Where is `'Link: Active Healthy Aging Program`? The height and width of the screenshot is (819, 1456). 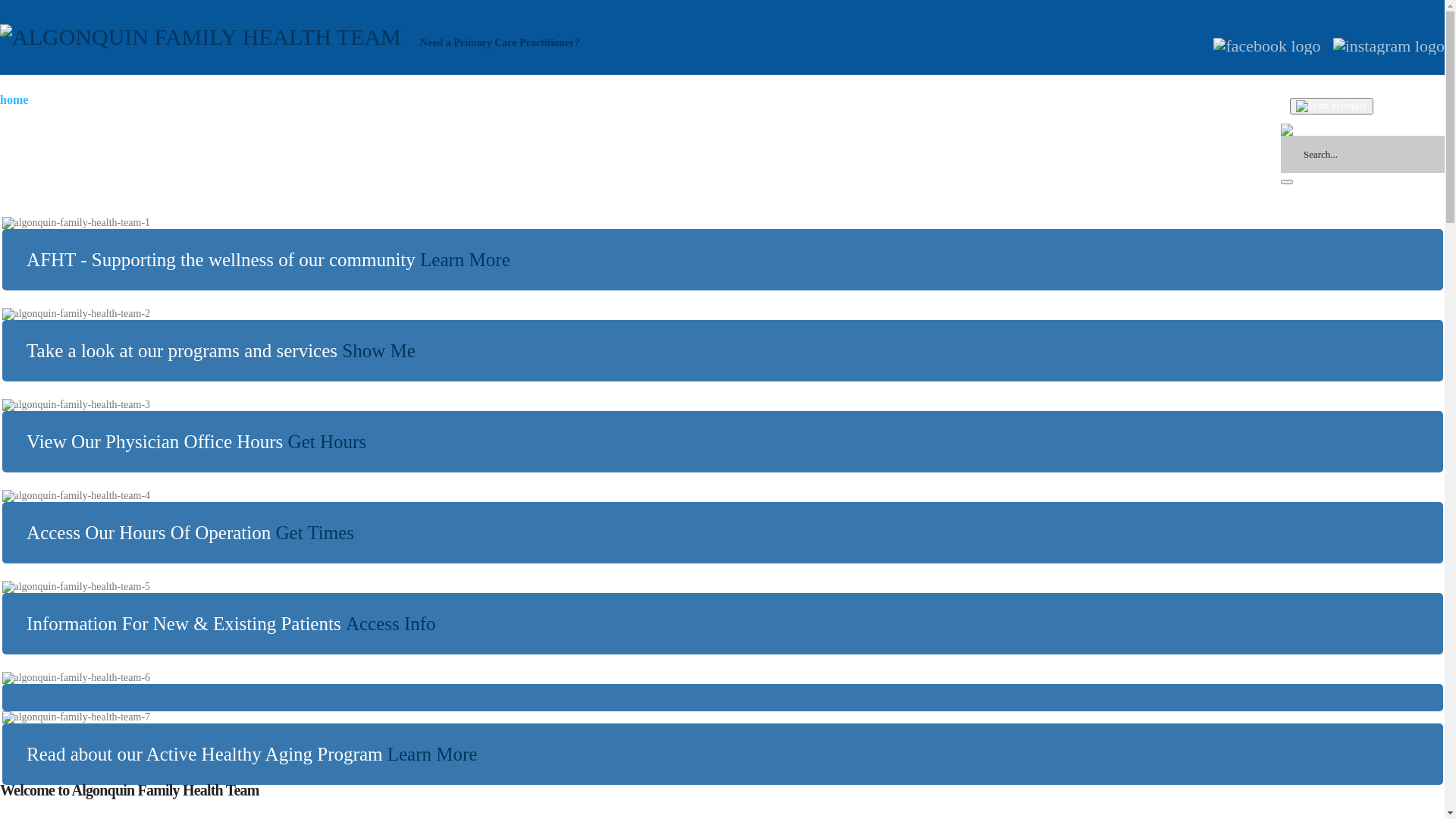 'Link: Active Healthy Aging Program is located at coordinates (431, 754).